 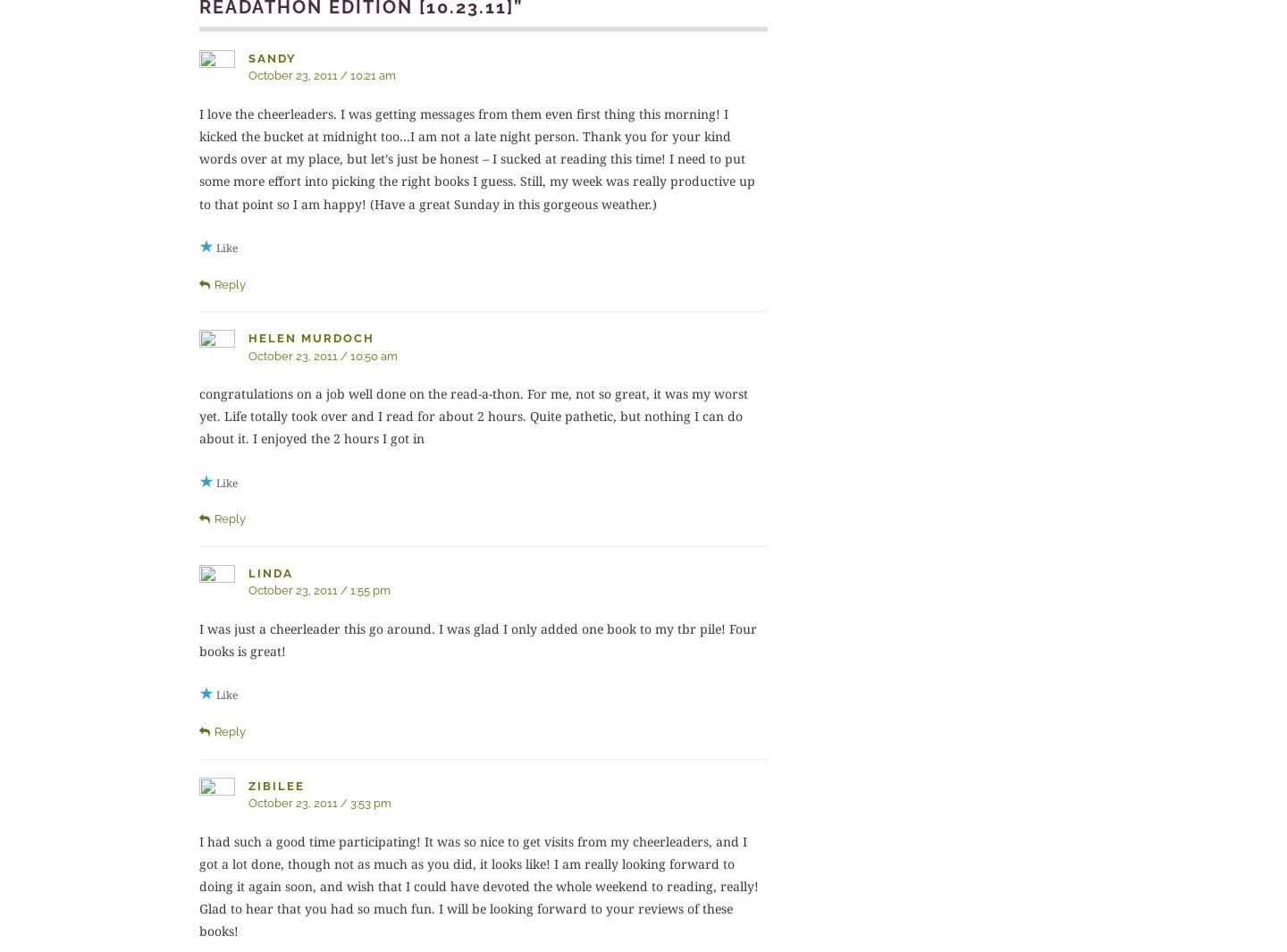 What do you see at coordinates (322, 354) in the screenshot?
I see `'October 23, 2011 / 10:50 am'` at bounding box center [322, 354].